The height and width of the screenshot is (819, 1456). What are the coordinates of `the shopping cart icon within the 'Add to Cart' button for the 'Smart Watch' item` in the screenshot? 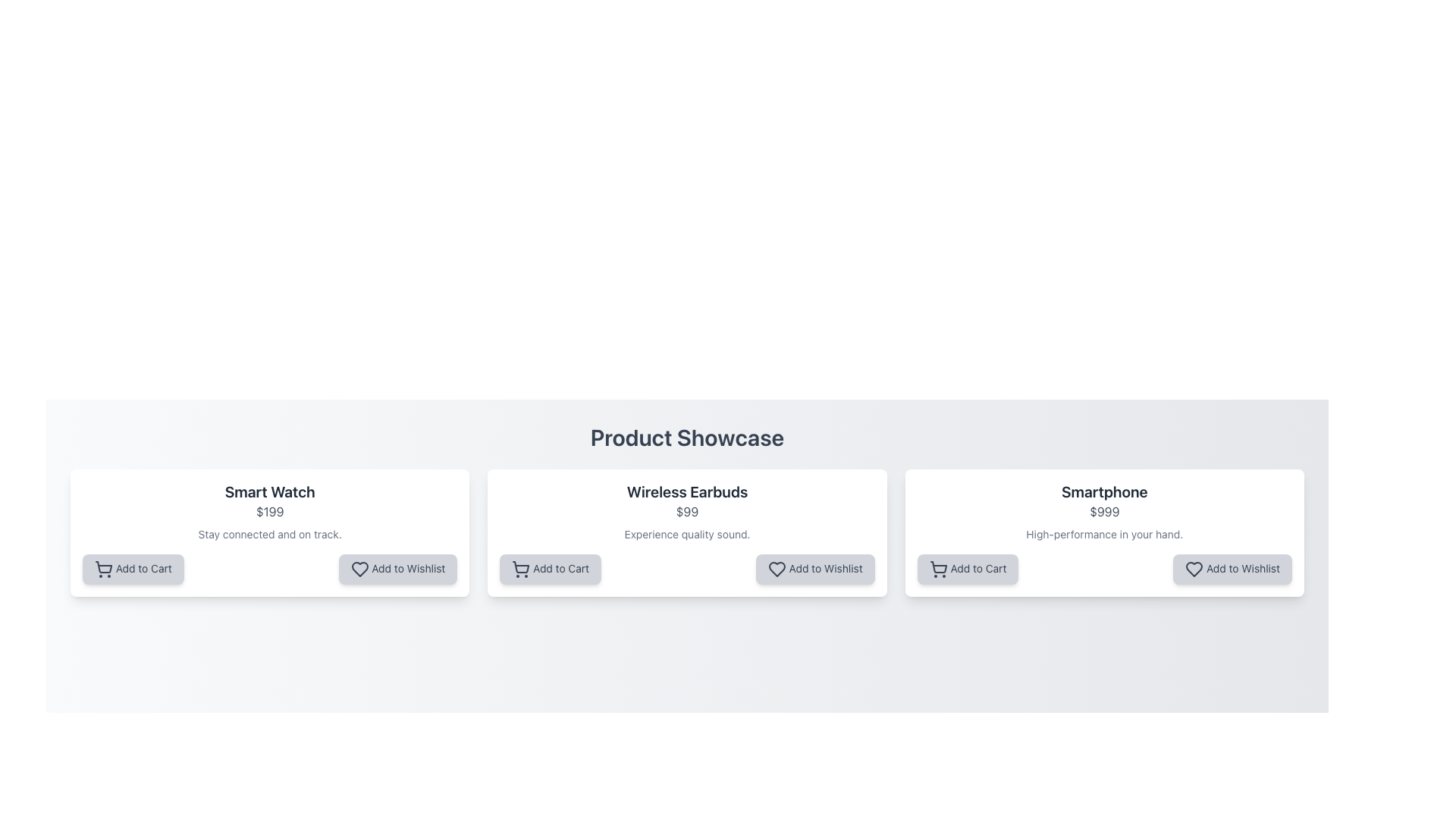 It's located at (103, 570).